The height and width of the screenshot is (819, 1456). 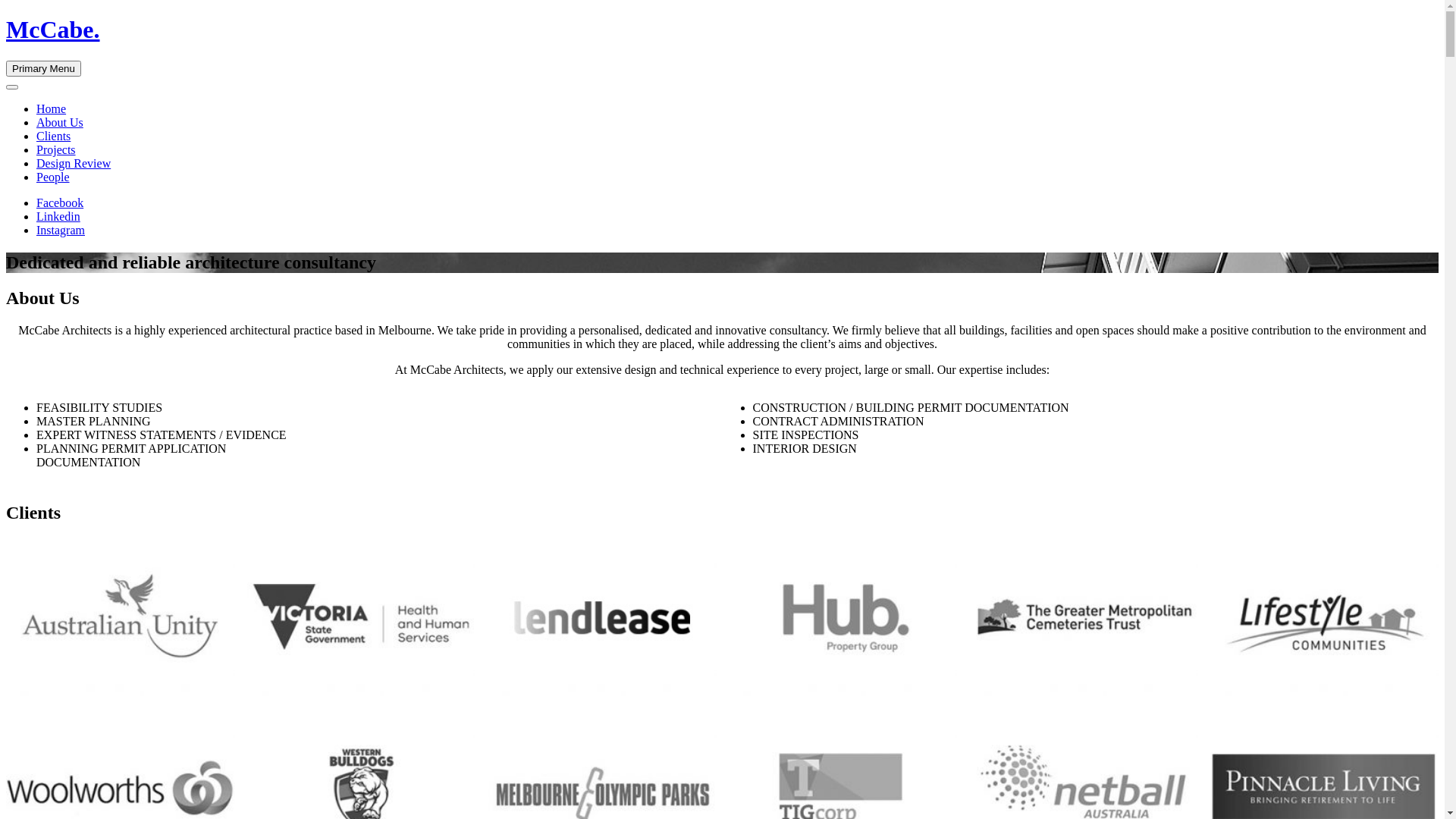 What do you see at coordinates (36, 108) in the screenshot?
I see `'Home'` at bounding box center [36, 108].